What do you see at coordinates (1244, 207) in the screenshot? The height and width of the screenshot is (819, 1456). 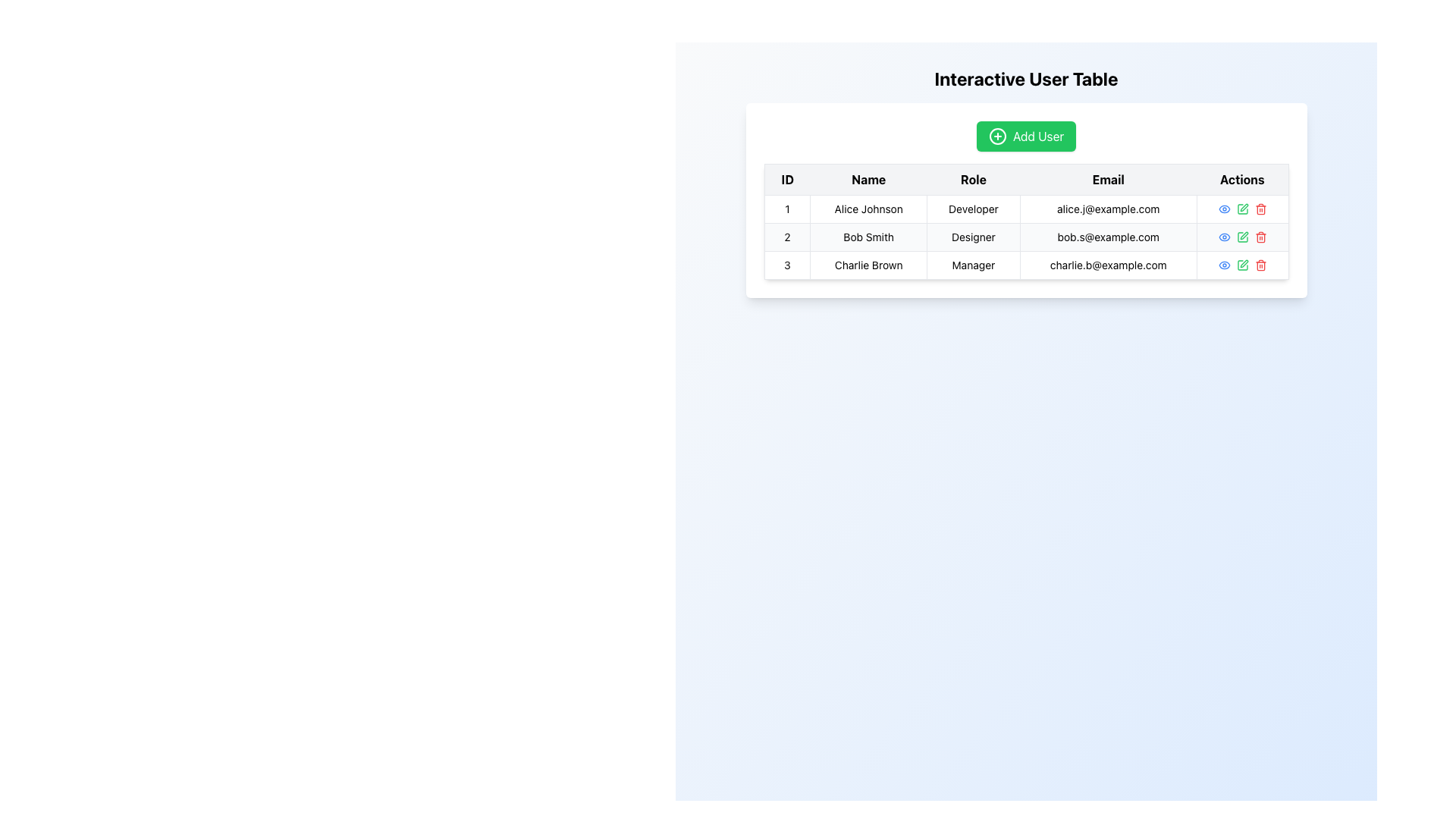 I see `the small pen icon located in the 'Actions' column of the data table for Bob Smith` at bounding box center [1244, 207].